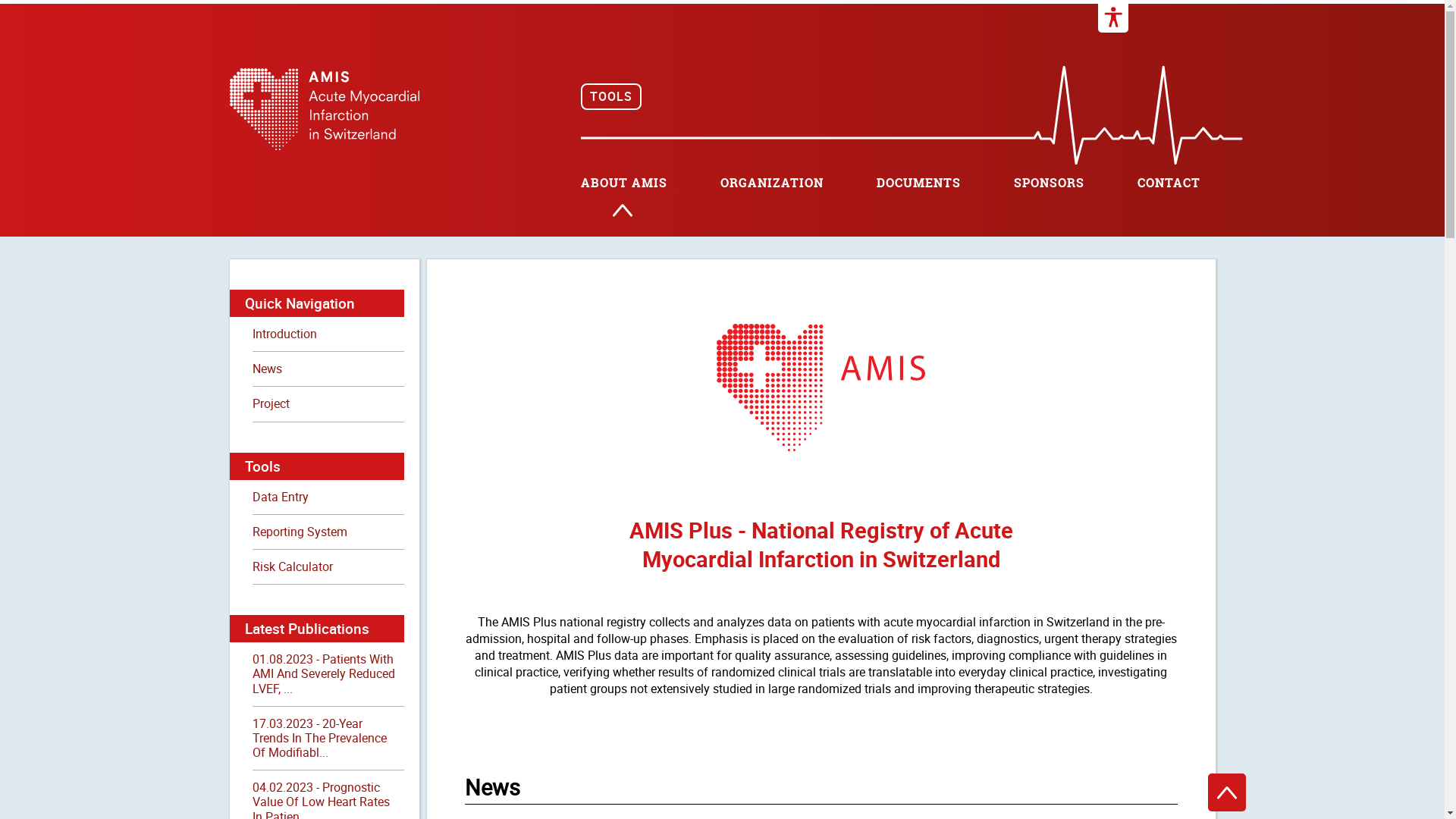 This screenshot has width=1456, height=819. What do you see at coordinates (1226, 792) in the screenshot?
I see `'To the top'` at bounding box center [1226, 792].